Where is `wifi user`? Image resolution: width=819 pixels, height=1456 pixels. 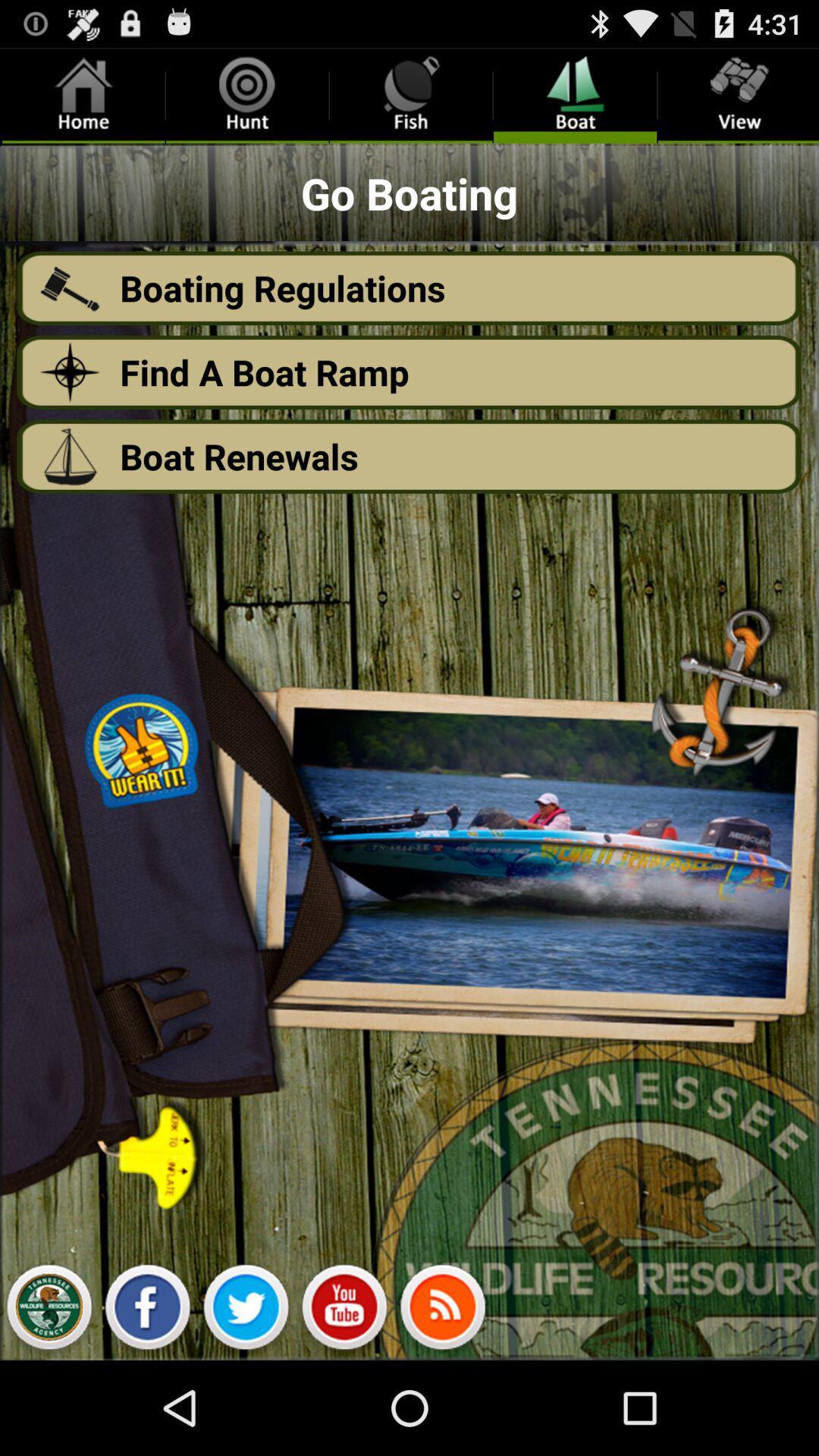 wifi user is located at coordinates (442, 1310).